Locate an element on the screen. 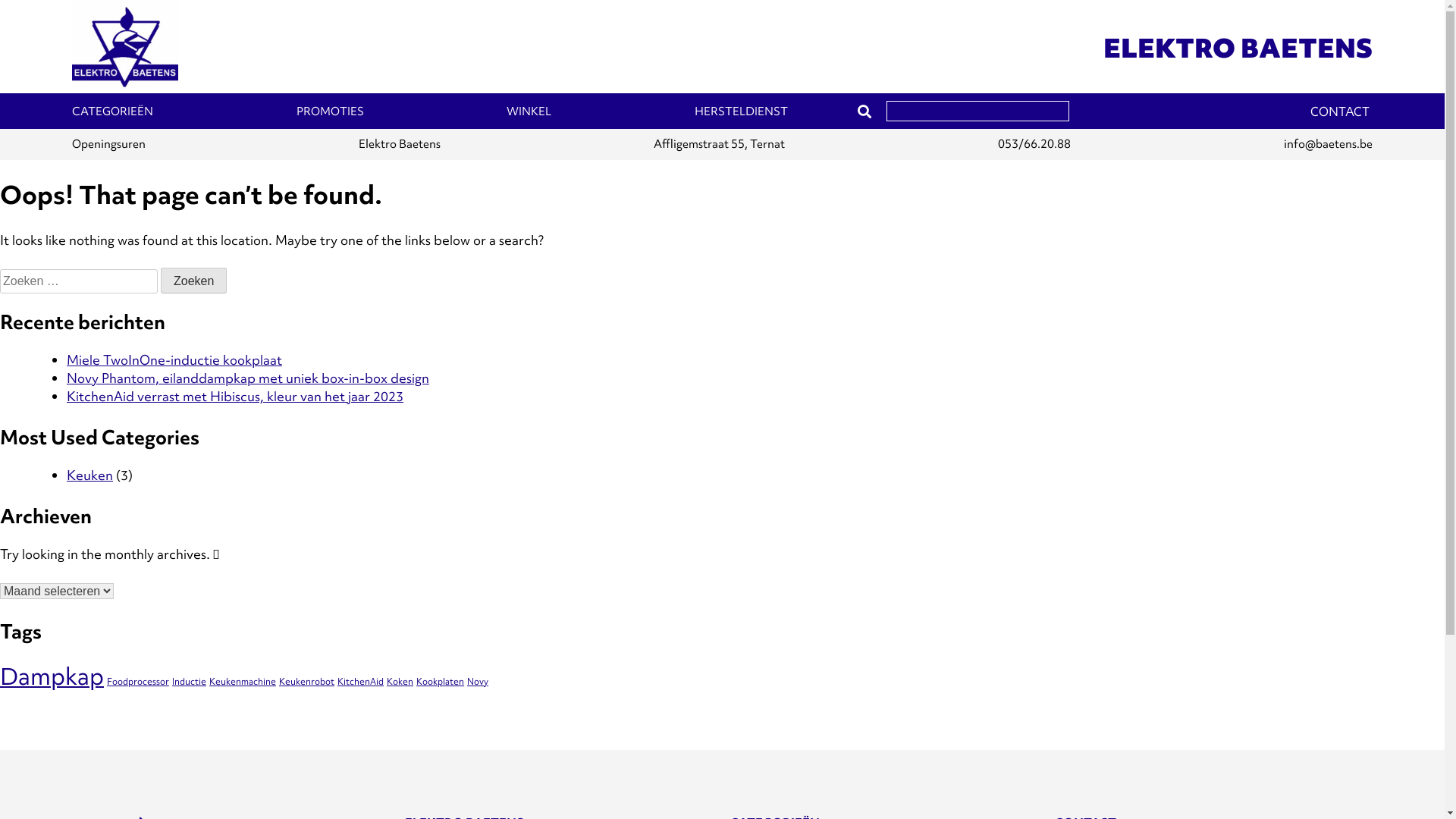  'Miele TwoInOne-inductie kookplaat' is located at coordinates (174, 359).